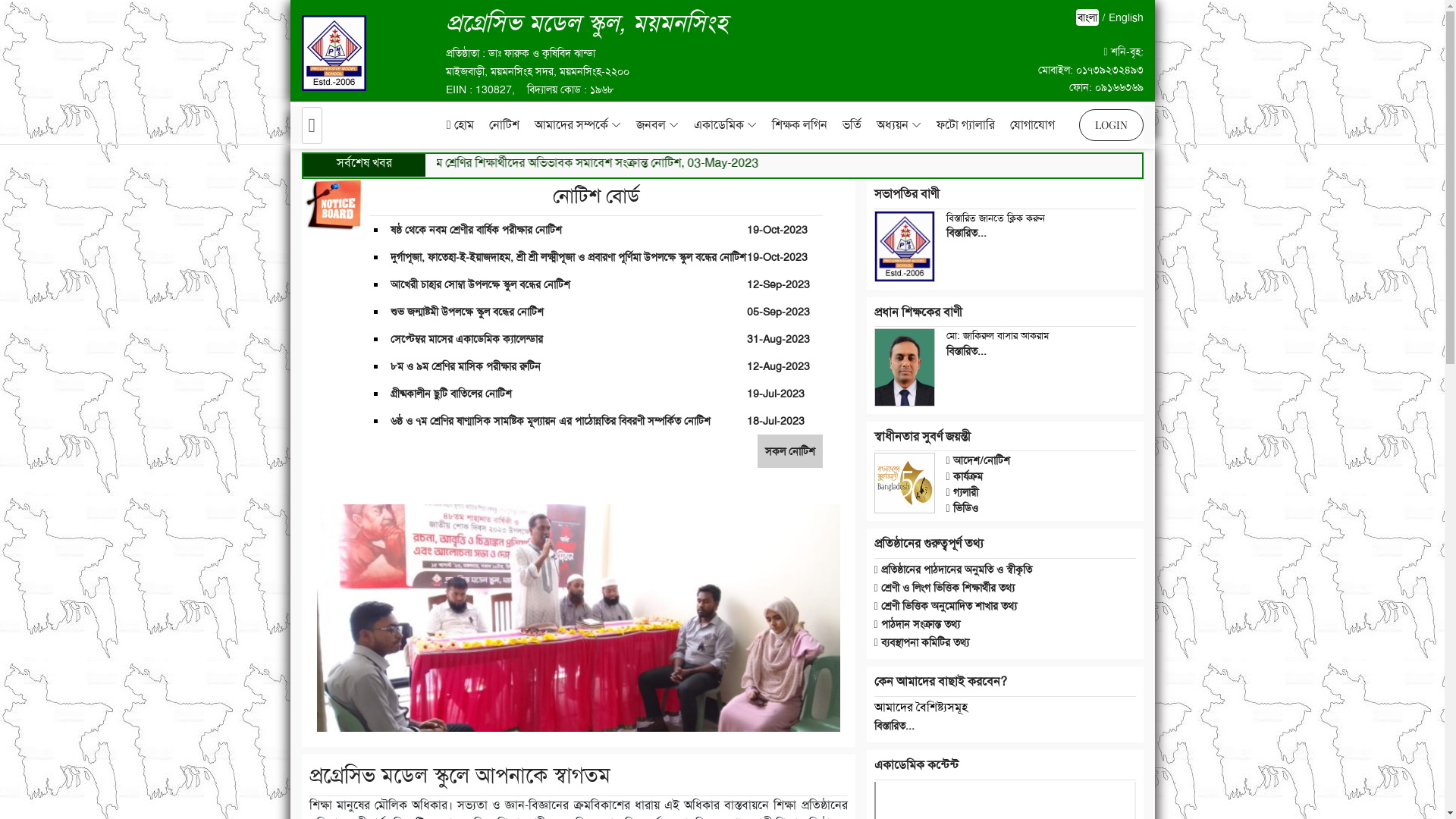 Image resolution: width=1456 pixels, height=819 pixels. What do you see at coordinates (778, 284) in the screenshot?
I see `'12-Sep-2023'` at bounding box center [778, 284].